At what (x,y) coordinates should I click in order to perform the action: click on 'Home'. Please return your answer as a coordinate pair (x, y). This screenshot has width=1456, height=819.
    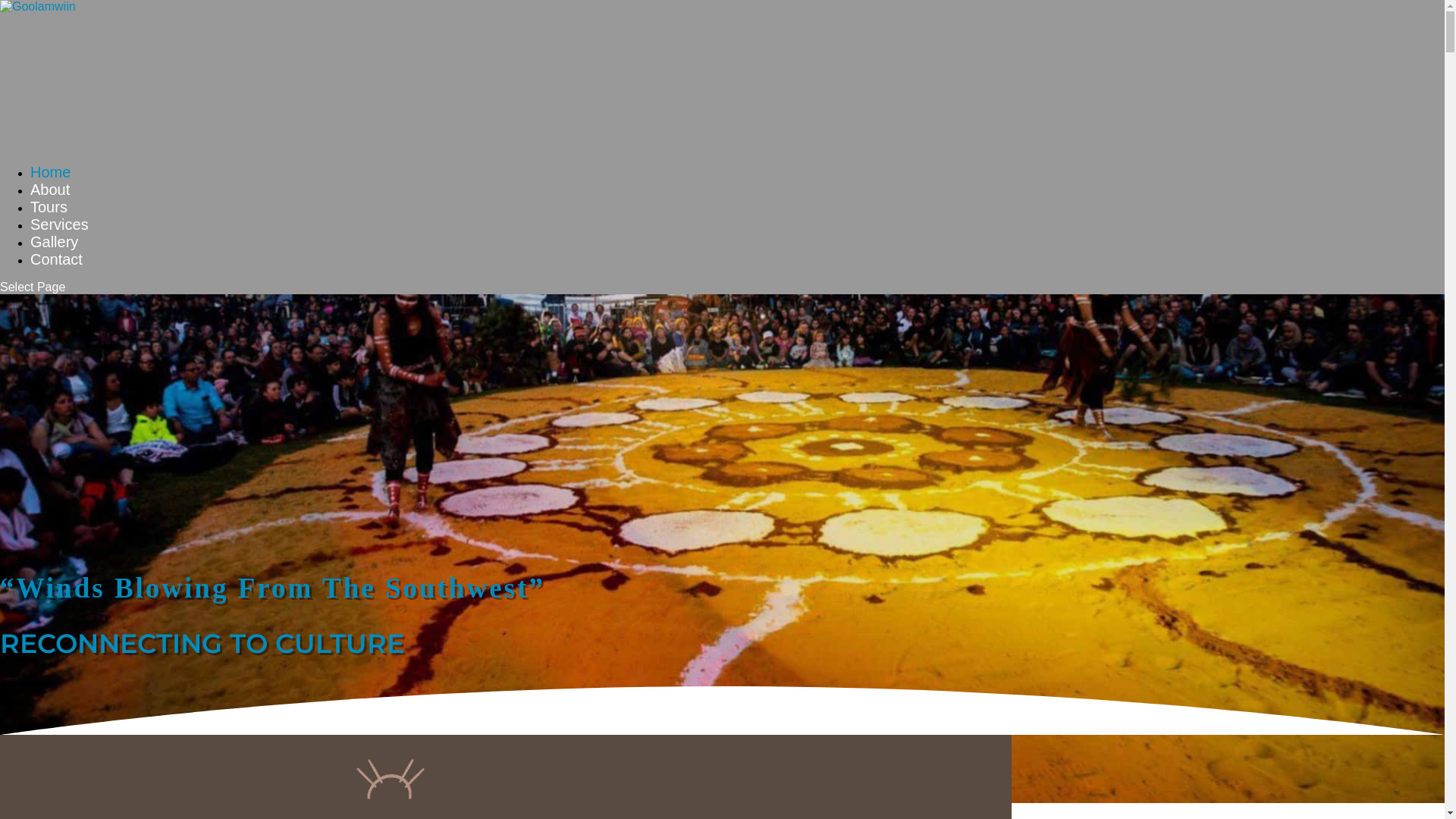
    Looking at the image, I should click on (50, 185).